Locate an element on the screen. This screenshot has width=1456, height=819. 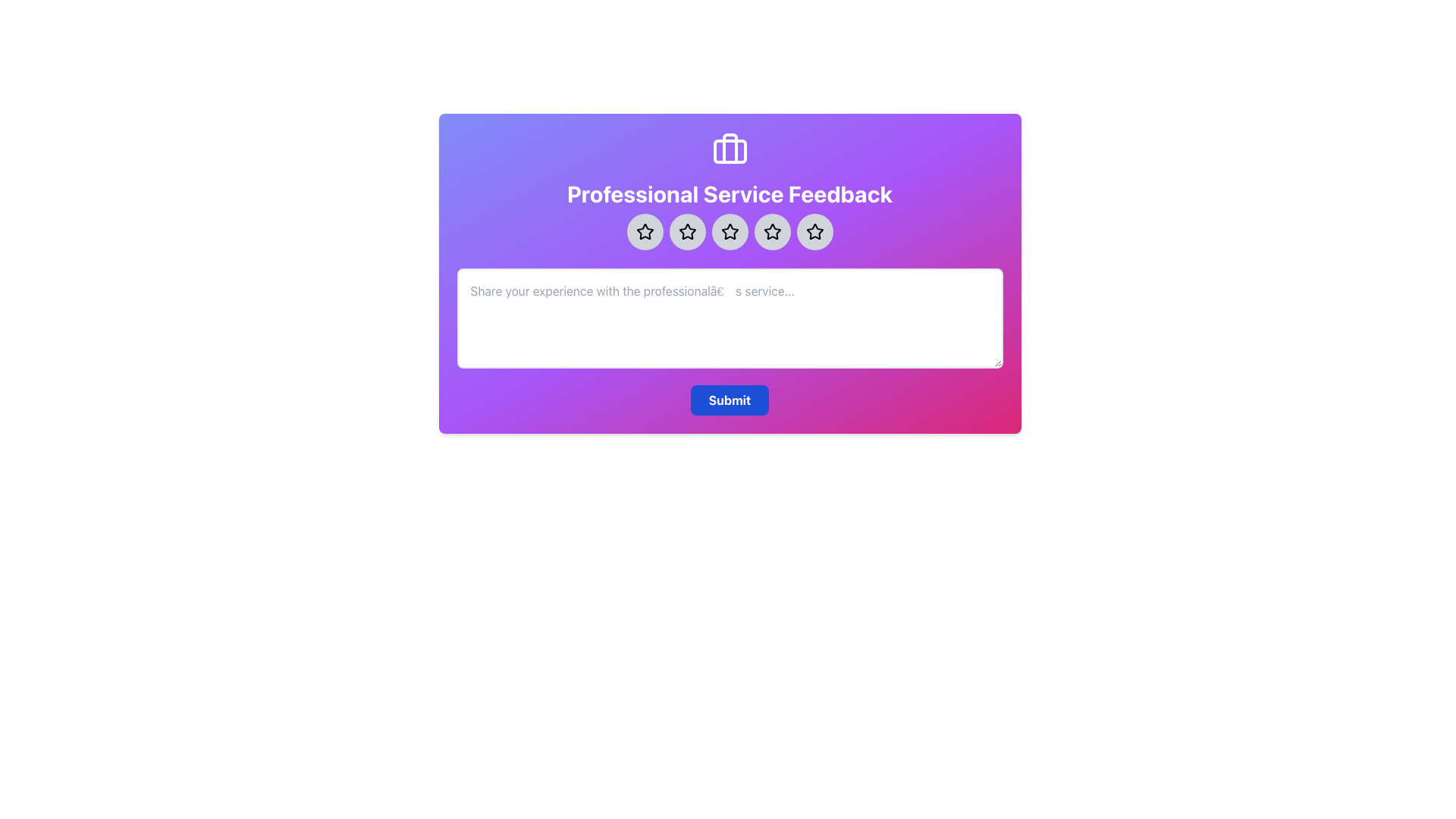
the fifth star rating button located below the title 'Professional Service Feedback' is located at coordinates (772, 231).